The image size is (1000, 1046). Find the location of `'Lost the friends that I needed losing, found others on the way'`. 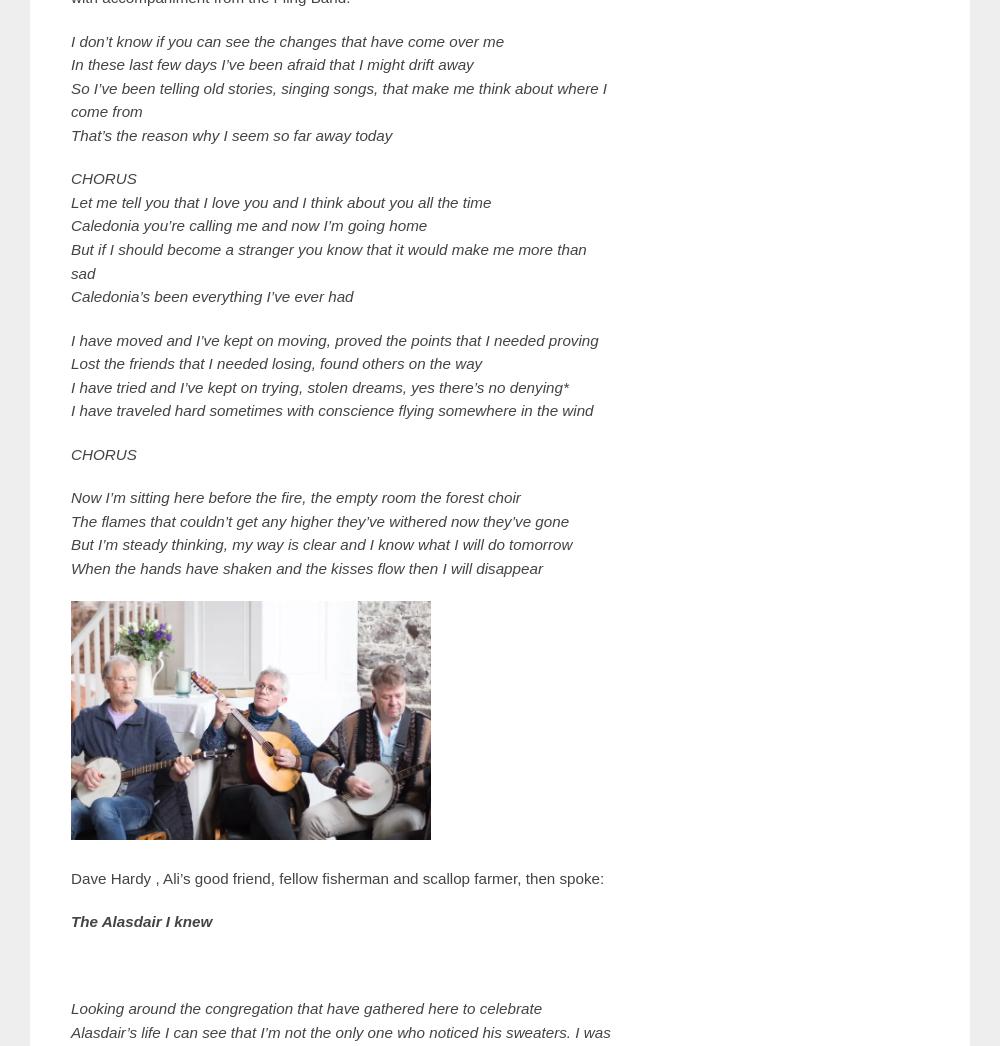

'Lost the friends that I needed losing, found others on the way' is located at coordinates (70, 362).